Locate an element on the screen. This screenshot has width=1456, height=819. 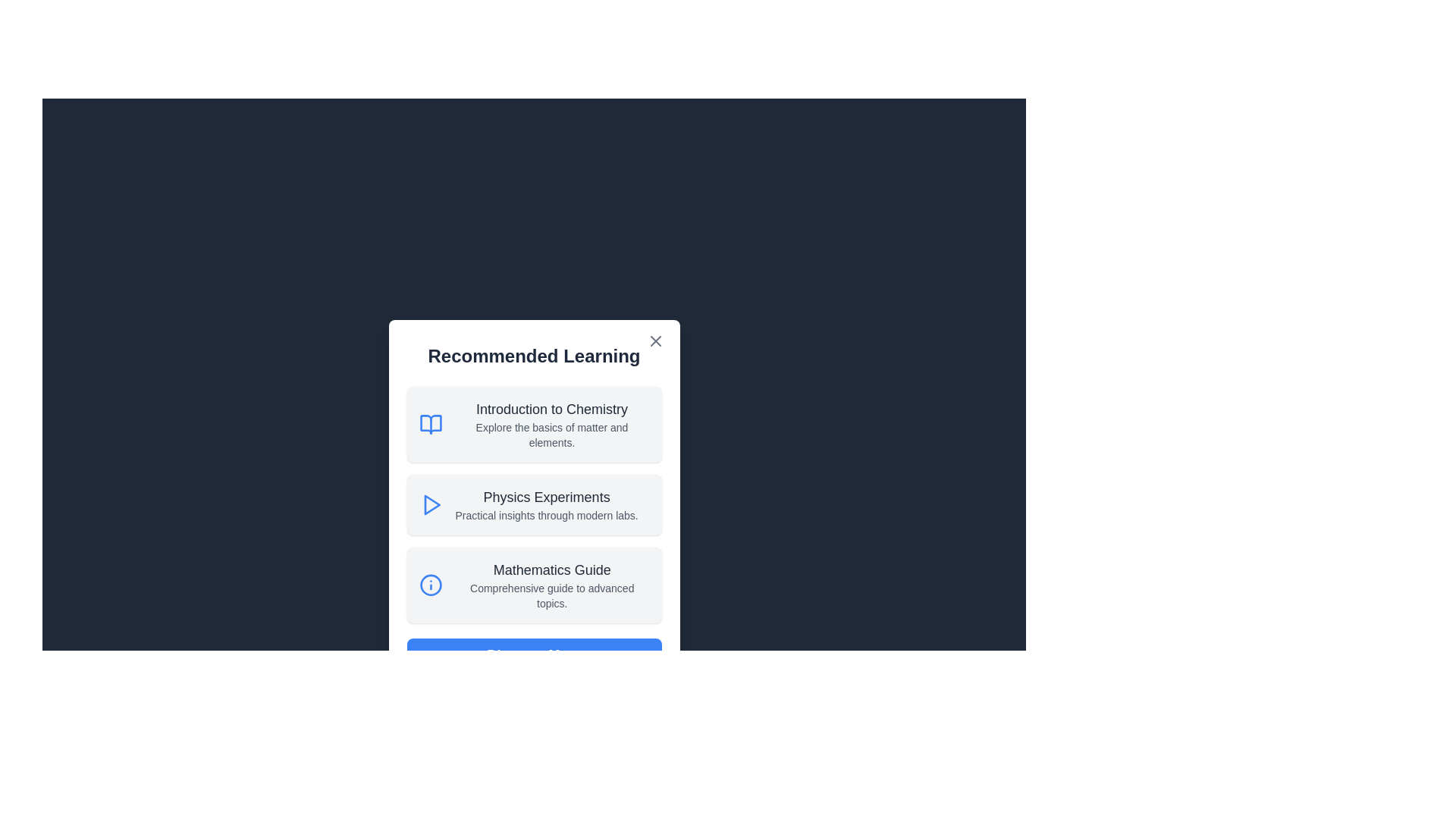
the text label reading 'Explore the basics of matter and elements.' located below the heading 'Introduction to Chemistry' in the 'Recommended Learning' section is located at coordinates (551, 435).